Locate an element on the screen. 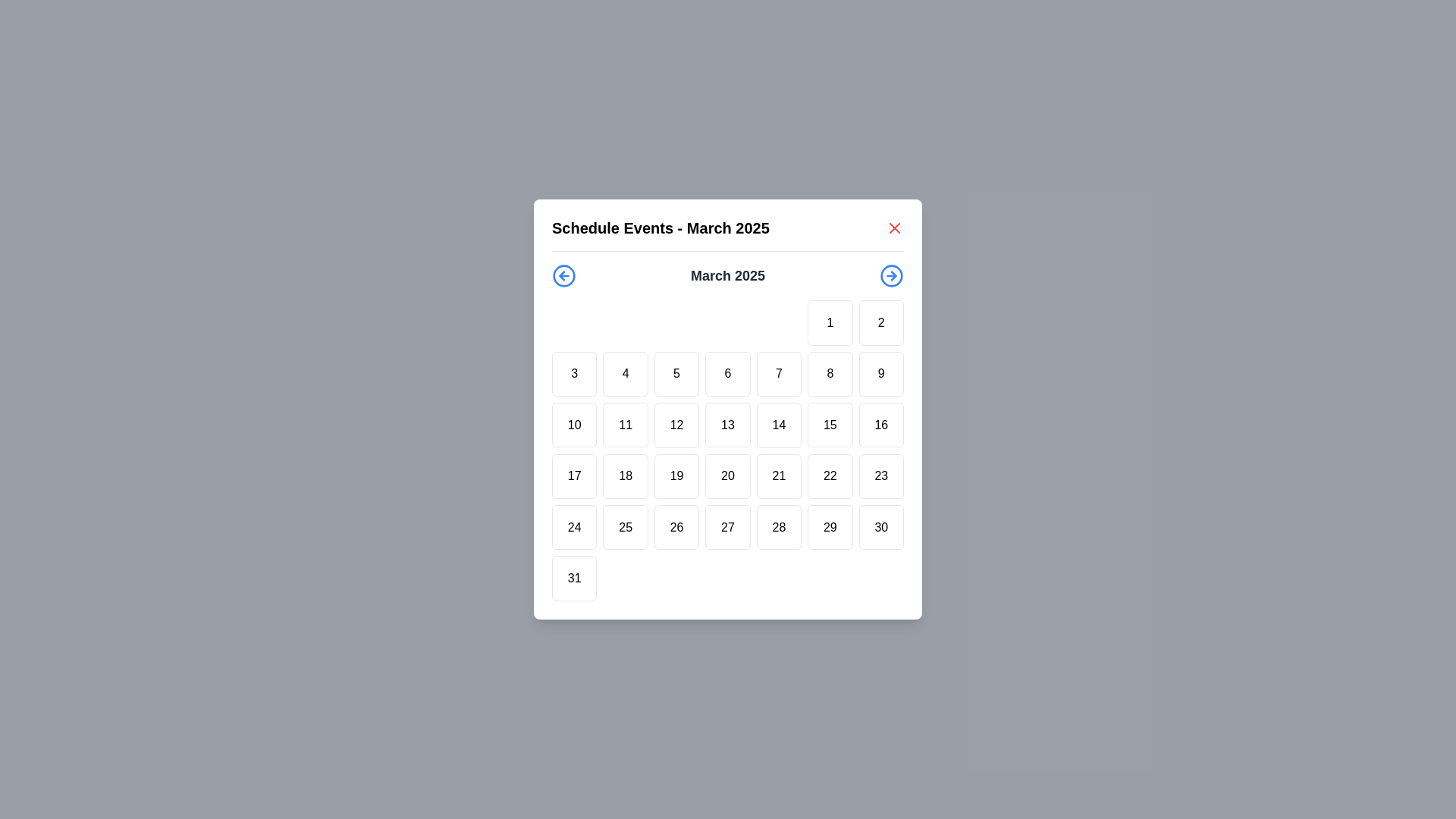 Image resolution: width=1456 pixels, height=819 pixels. the close icon button located at the far right of the header bar, next to the 'Schedule Events - March 2025' text, to provide visual feedback indicating interactivity is located at coordinates (895, 227).